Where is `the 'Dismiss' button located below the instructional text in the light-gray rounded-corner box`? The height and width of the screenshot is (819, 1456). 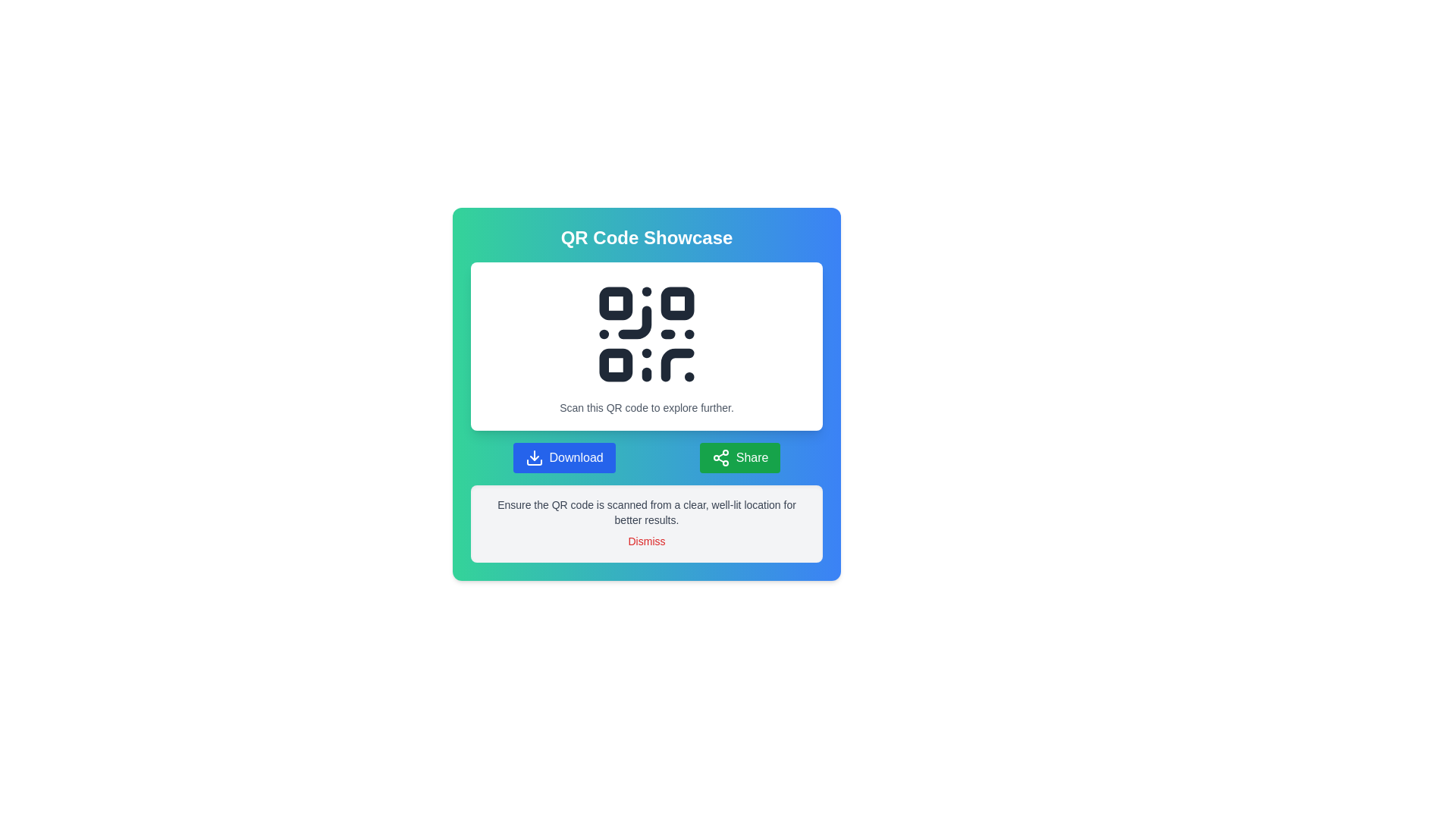 the 'Dismiss' button located below the instructional text in the light-gray rounded-corner box is located at coordinates (647, 540).